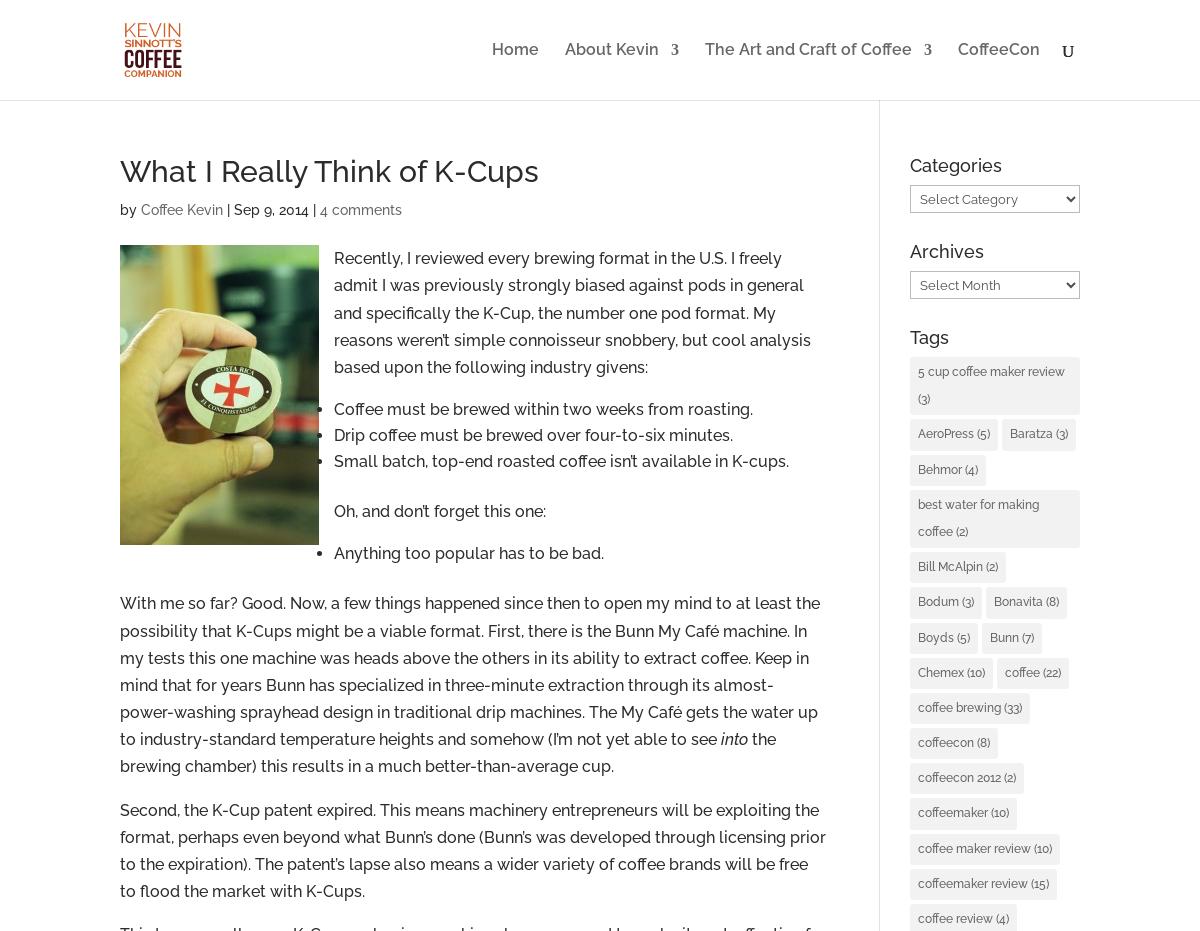 The image size is (1200, 931). What do you see at coordinates (1049, 670) in the screenshot?
I see `'(22)'` at bounding box center [1049, 670].